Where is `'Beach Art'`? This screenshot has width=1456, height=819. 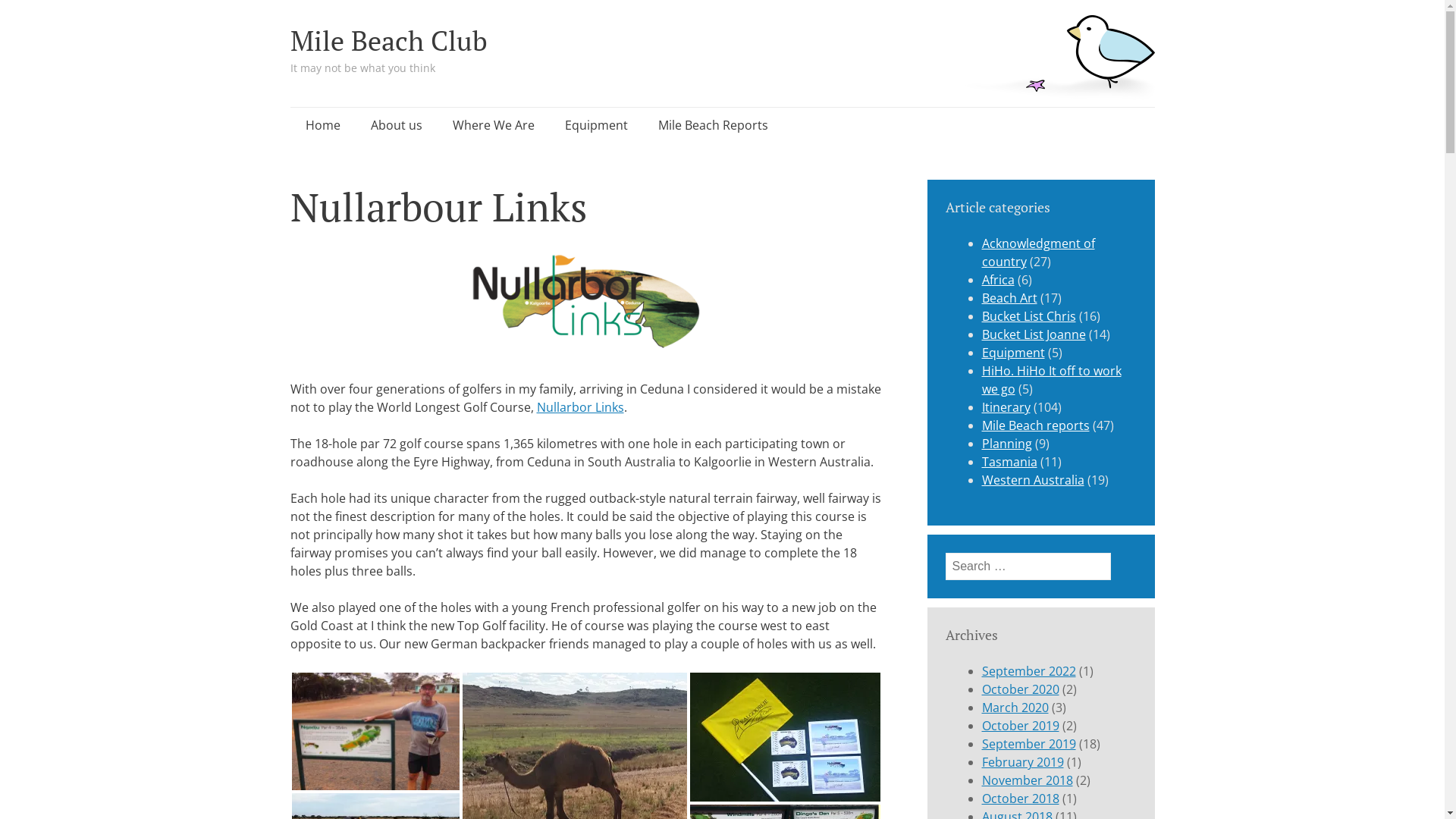
'Beach Art' is located at coordinates (1009, 298).